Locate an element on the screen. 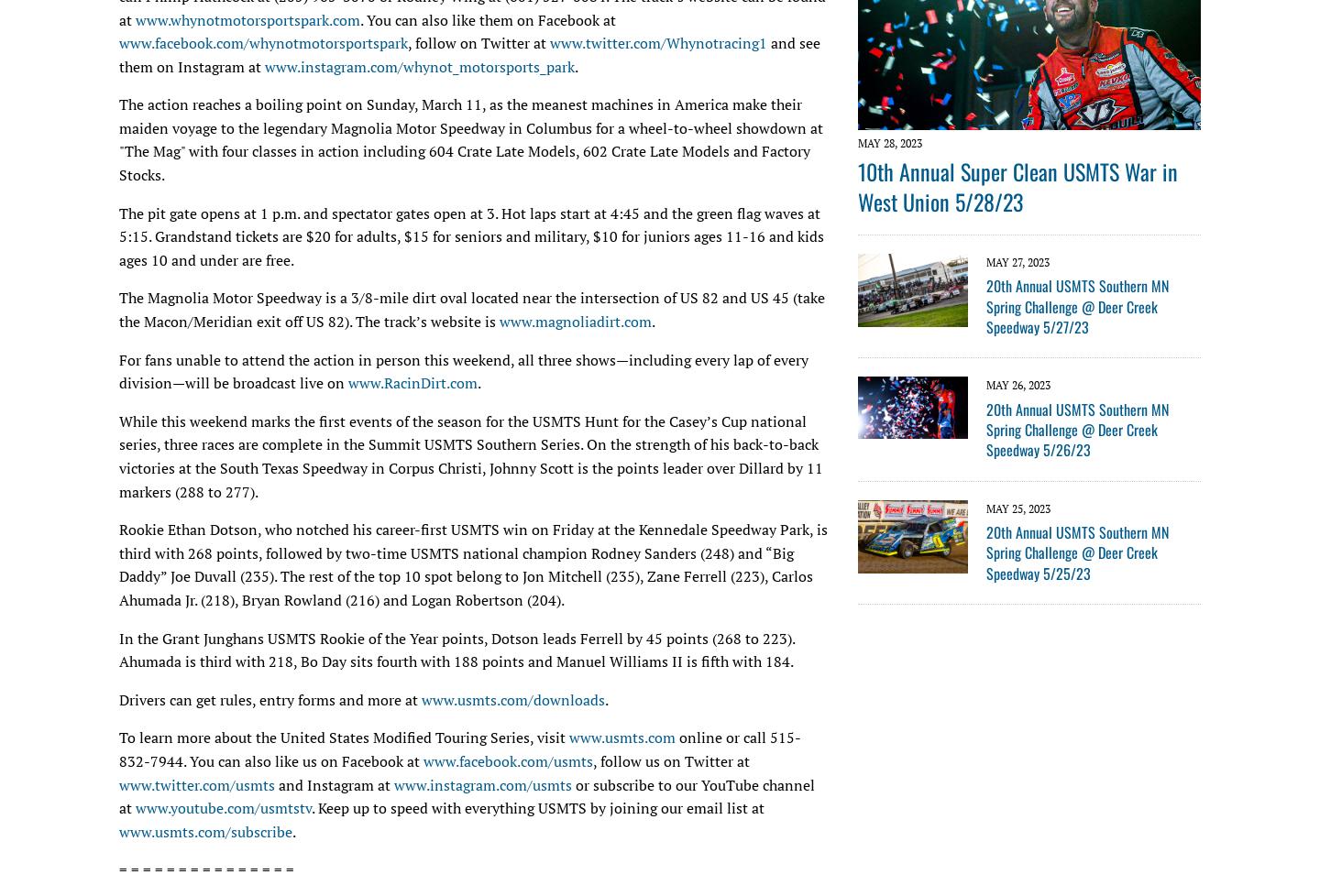  'To learn more about the United States Modified Touring Series, visit' is located at coordinates (343, 736).